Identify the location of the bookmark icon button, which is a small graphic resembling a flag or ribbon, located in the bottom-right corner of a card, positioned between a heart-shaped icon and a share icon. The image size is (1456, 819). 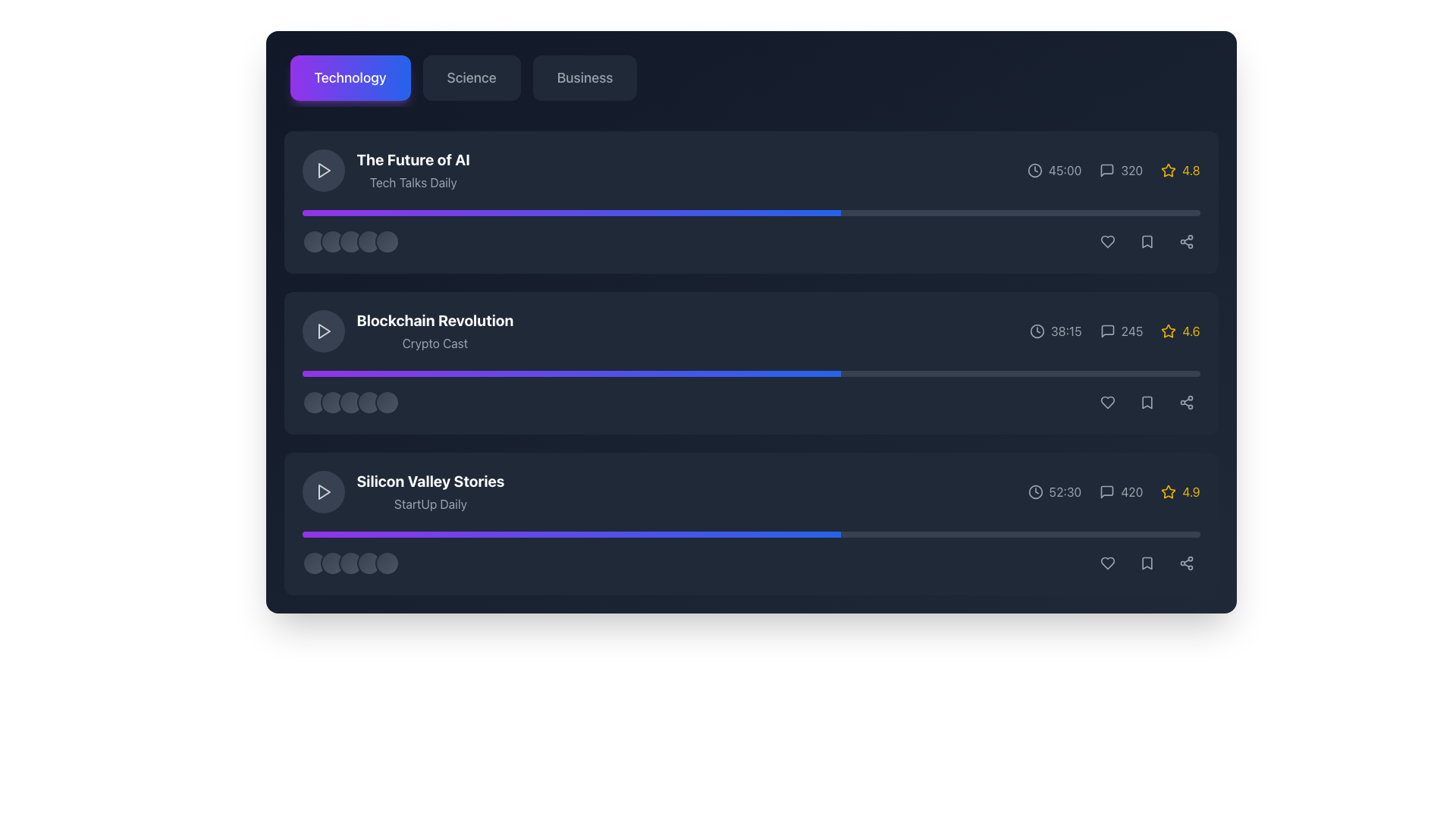
(1147, 563).